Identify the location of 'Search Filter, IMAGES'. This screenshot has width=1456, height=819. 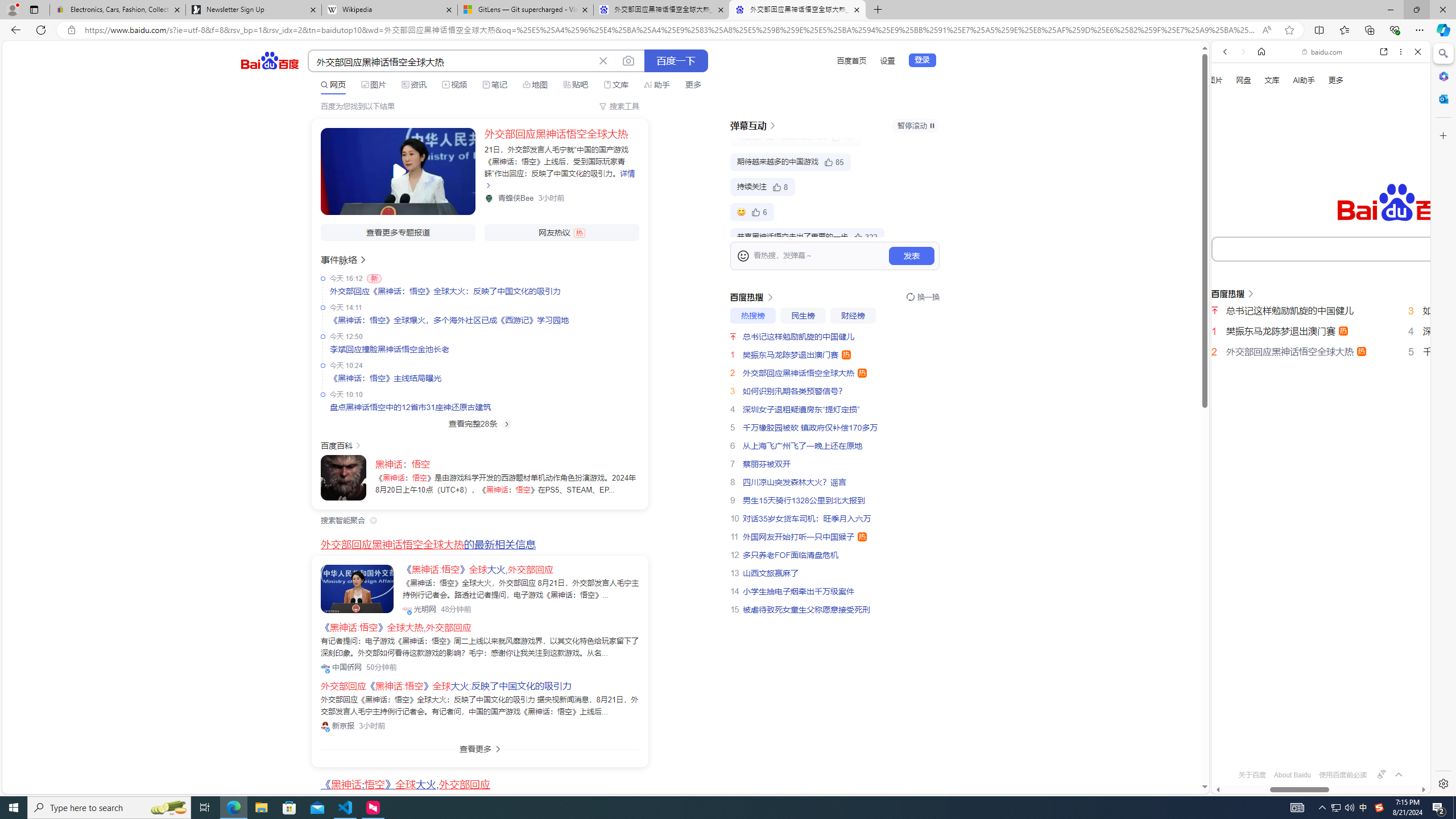
(1262, 192).